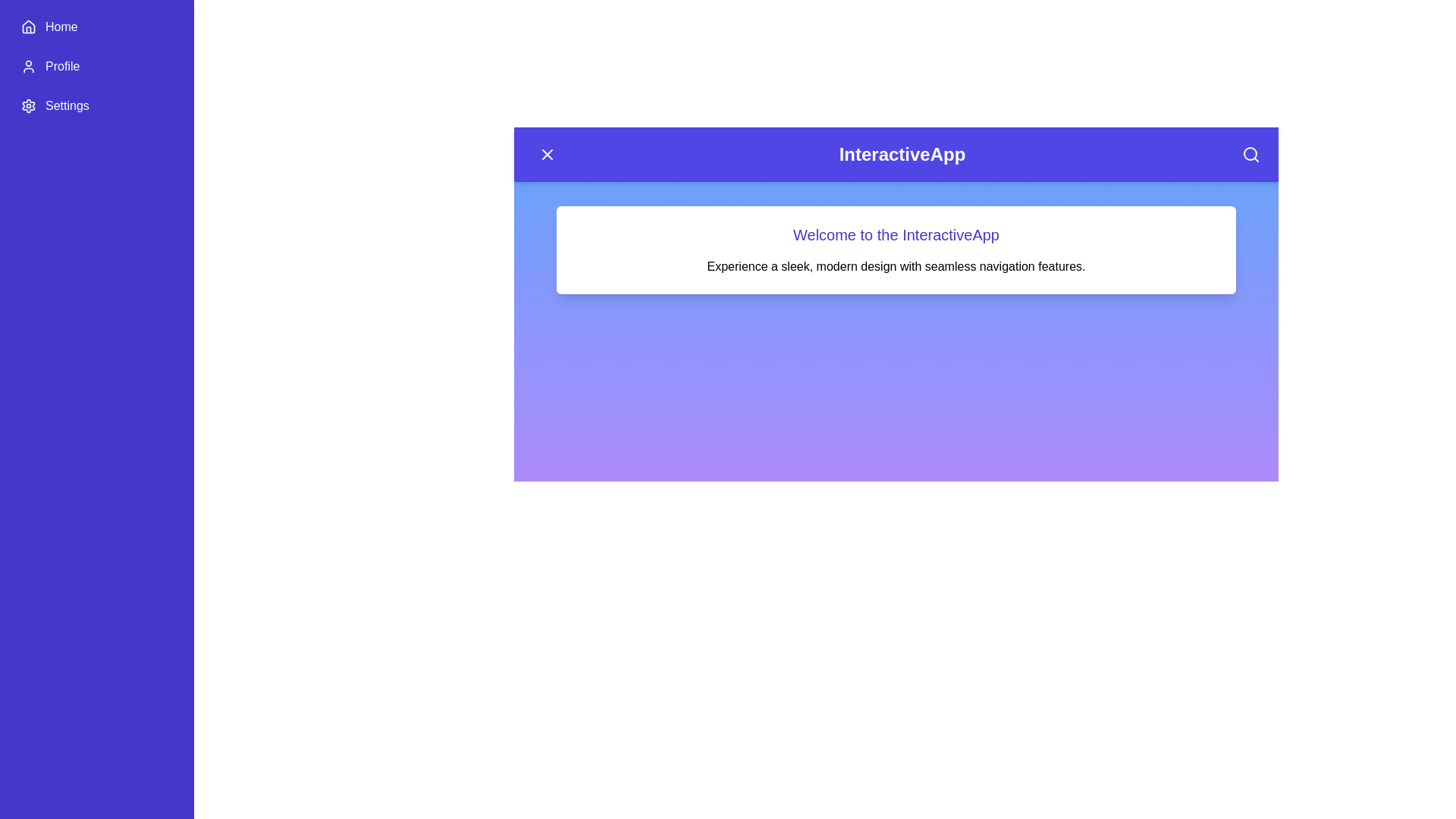 This screenshot has height=819, width=1456. Describe the element at coordinates (896, 249) in the screenshot. I see `the main content card to focus on it` at that location.